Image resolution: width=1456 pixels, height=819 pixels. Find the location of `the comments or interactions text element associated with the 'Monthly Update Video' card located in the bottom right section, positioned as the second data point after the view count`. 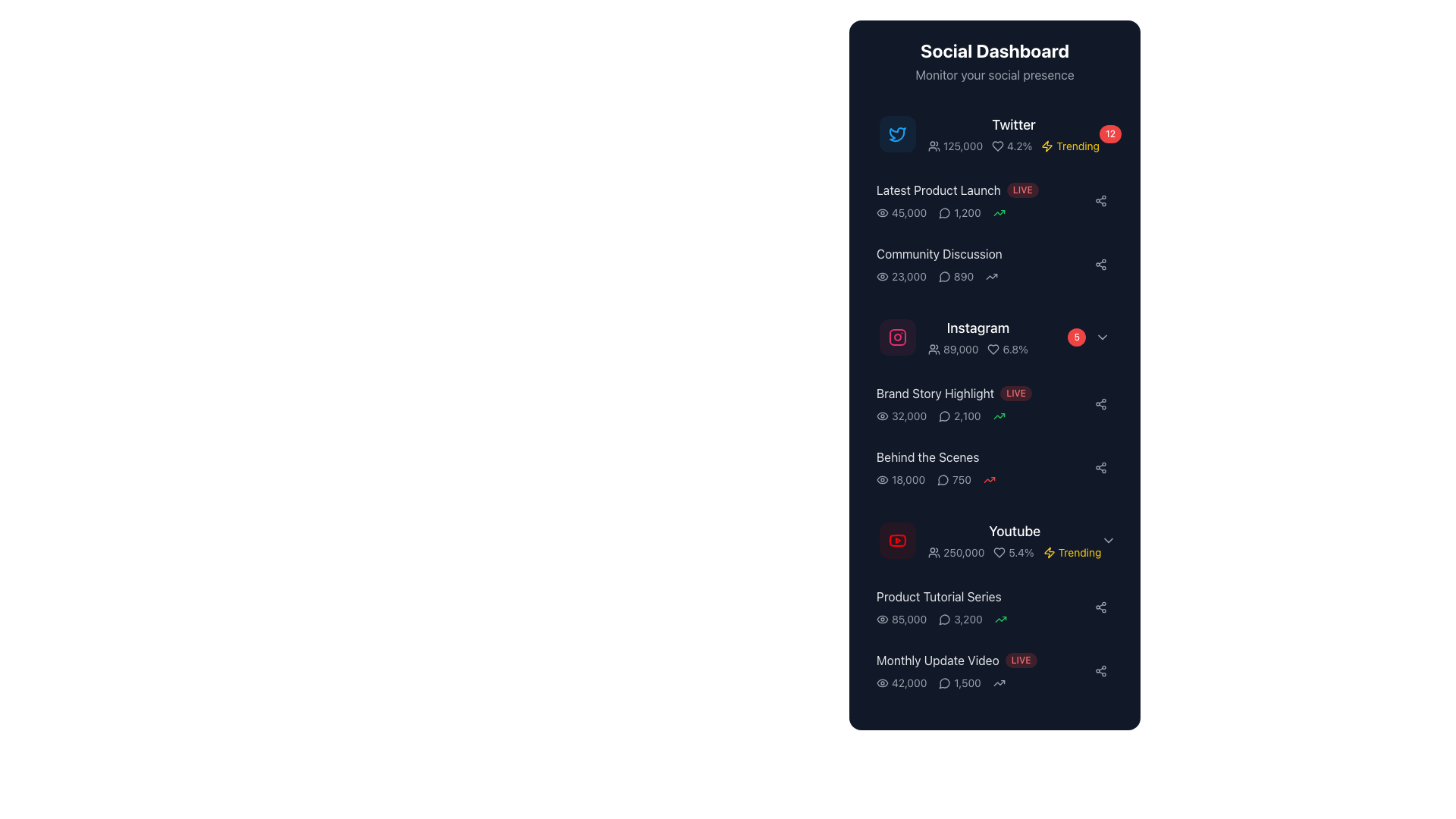

the comments or interactions text element associated with the 'Monthly Update Video' card located in the bottom right section, positioned as the second data point after the view count is located at coordinates (959, 683).